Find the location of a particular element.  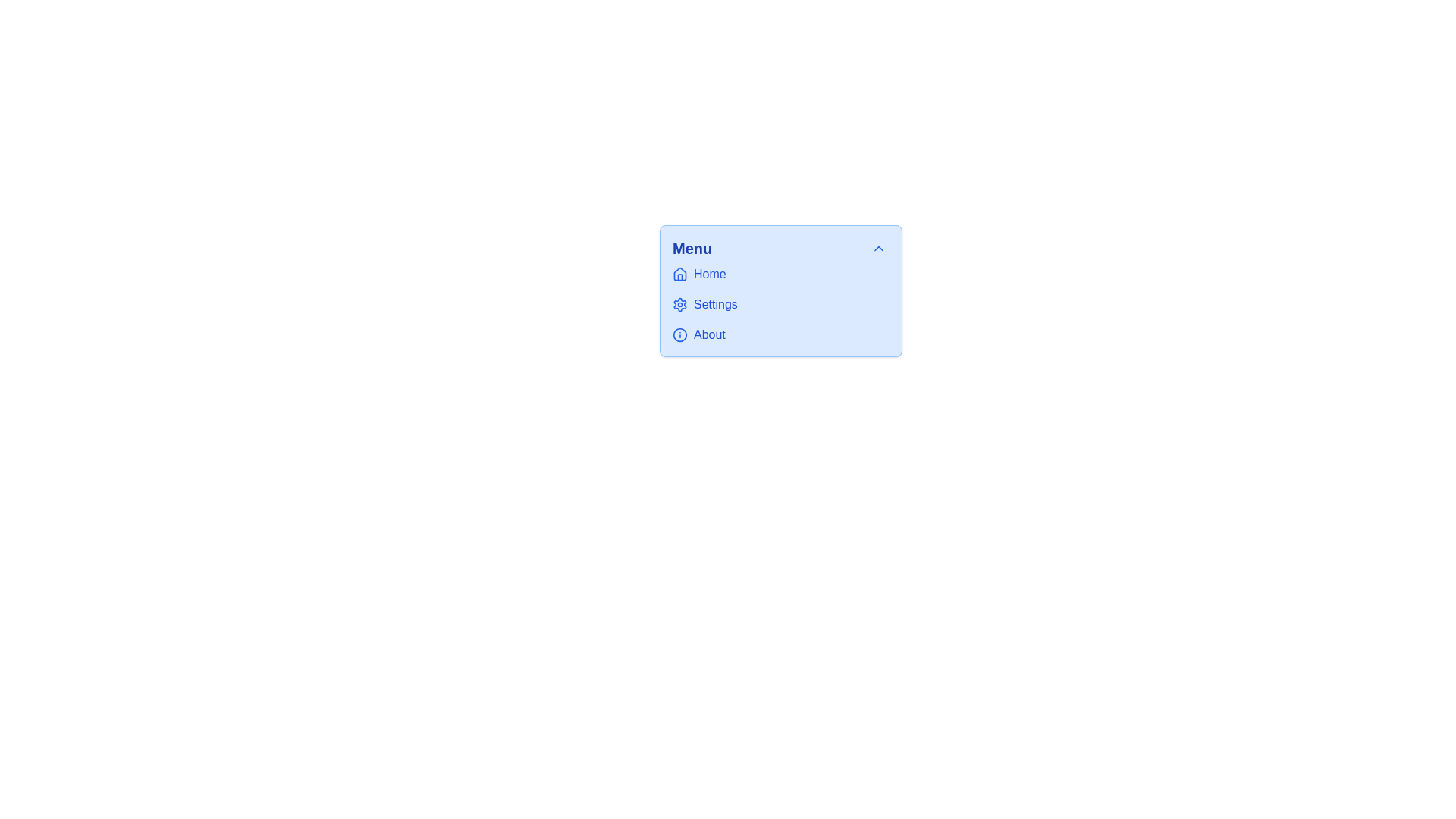

the settings icon located in the middle of the menu panel, positioned to the left of the 'Settings' text is located at coordinates (679, 304).